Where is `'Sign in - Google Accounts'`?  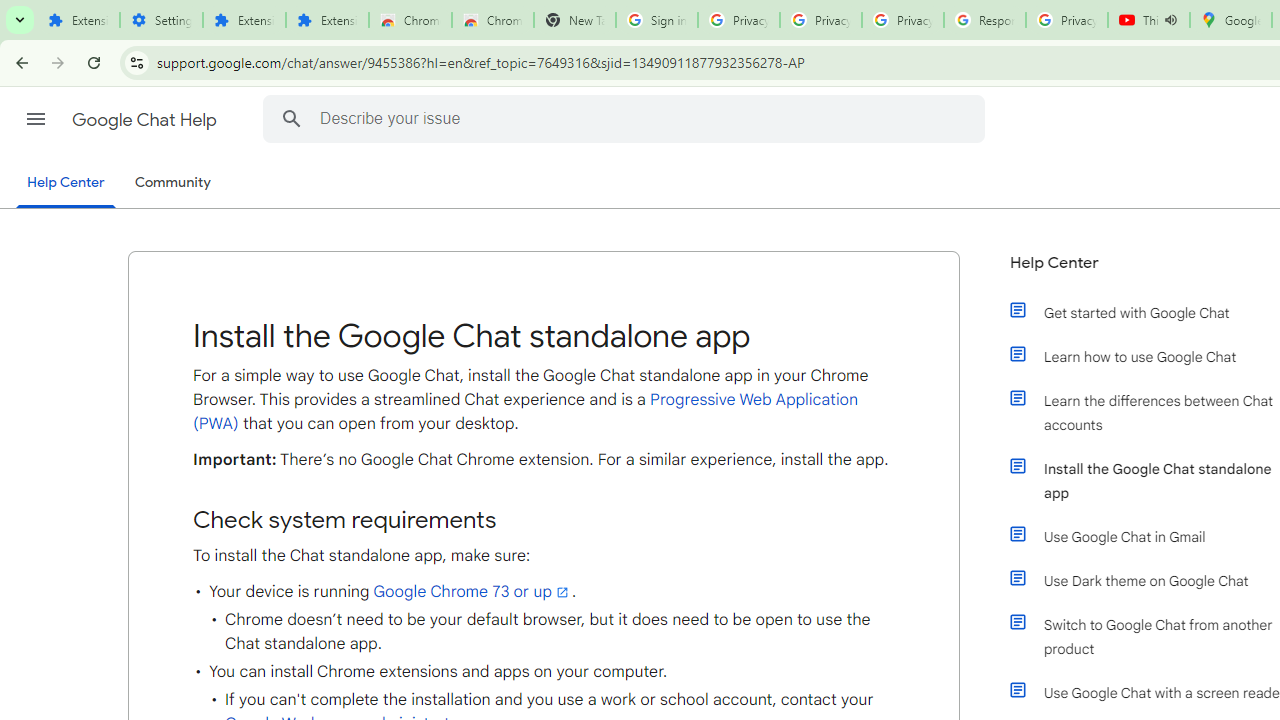 'Sign in - Google Accounts' is located at coordinates (656, 20).